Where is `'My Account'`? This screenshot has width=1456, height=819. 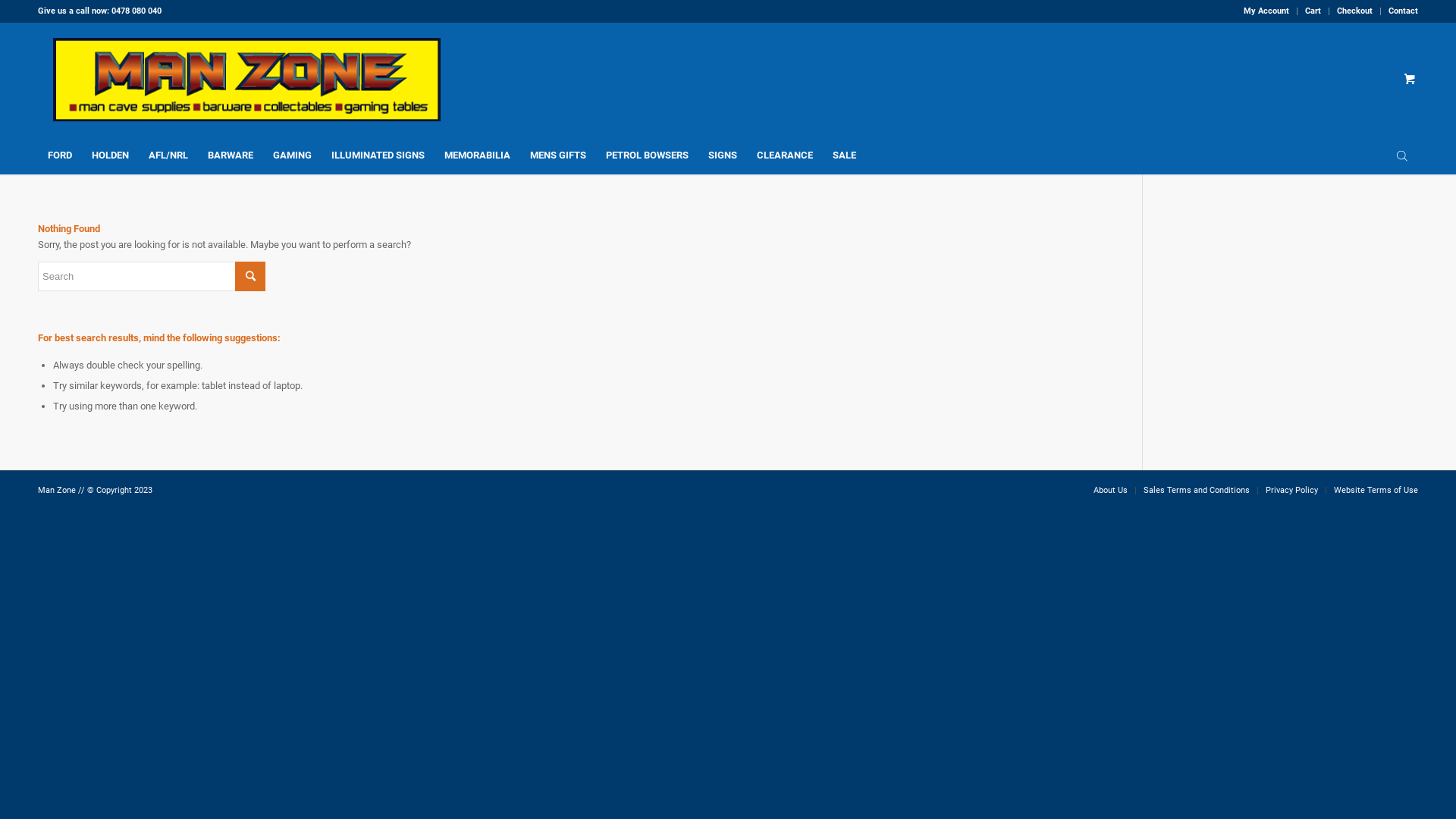 'My Account' is located at coordinates (1266, 11).